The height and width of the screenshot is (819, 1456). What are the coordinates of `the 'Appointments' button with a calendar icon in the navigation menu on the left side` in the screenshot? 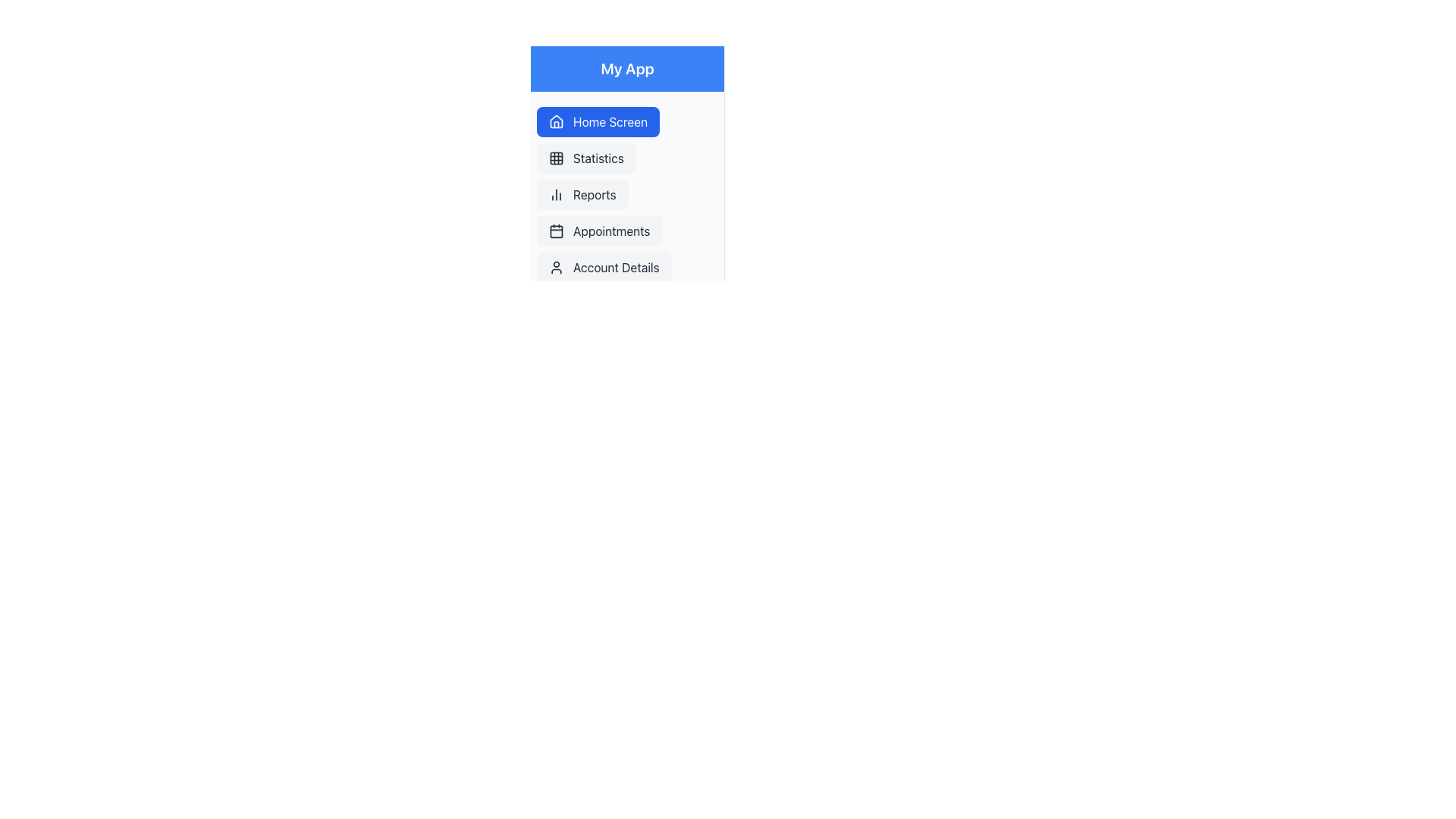 It's located at (598, 231).